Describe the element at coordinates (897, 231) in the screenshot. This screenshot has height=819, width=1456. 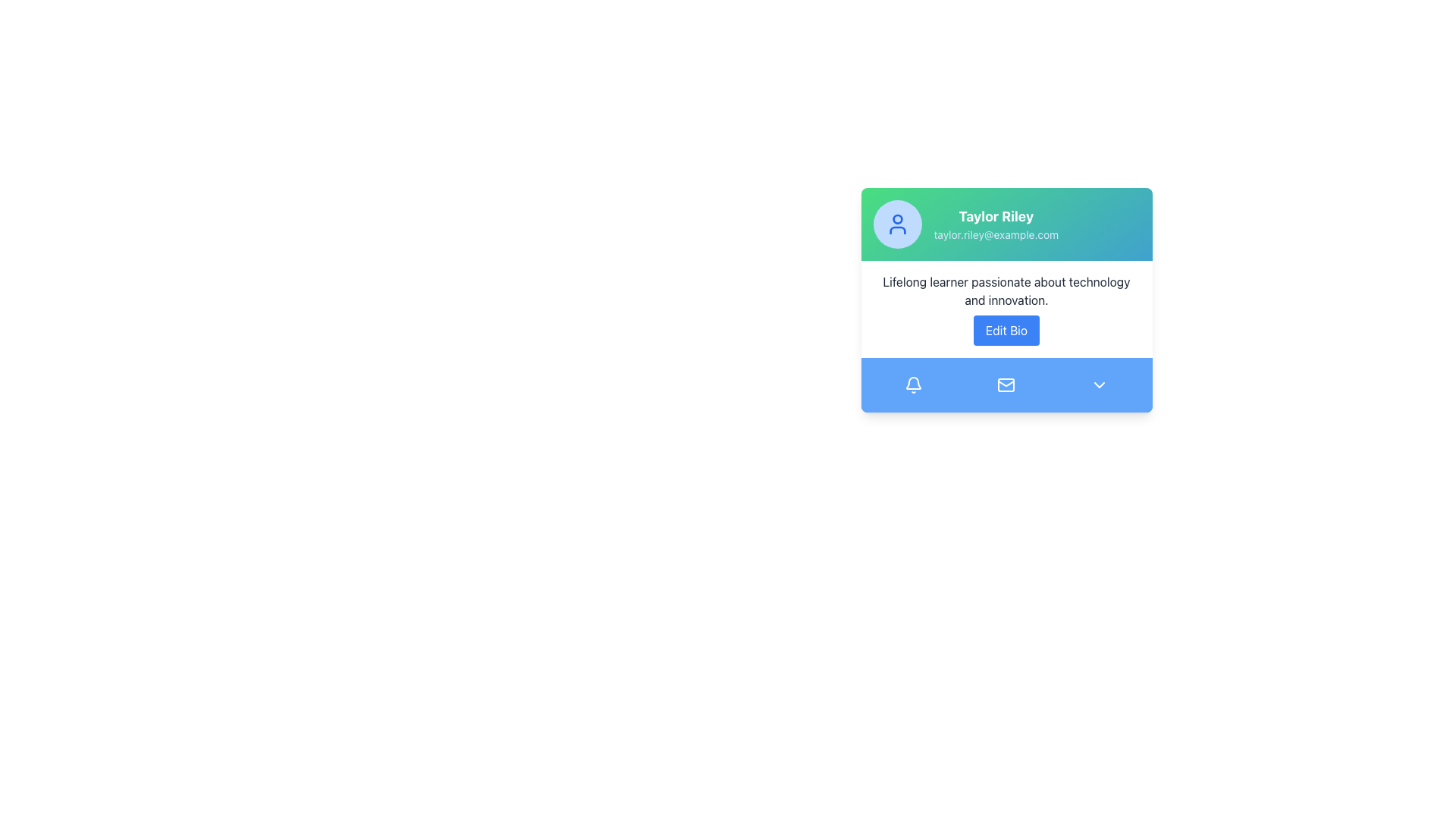
I see `the semi-circular line forming the bottom part of the user avatar icon, styled with a thin black stroke, located in the top left corner of the user profile card` at that location.